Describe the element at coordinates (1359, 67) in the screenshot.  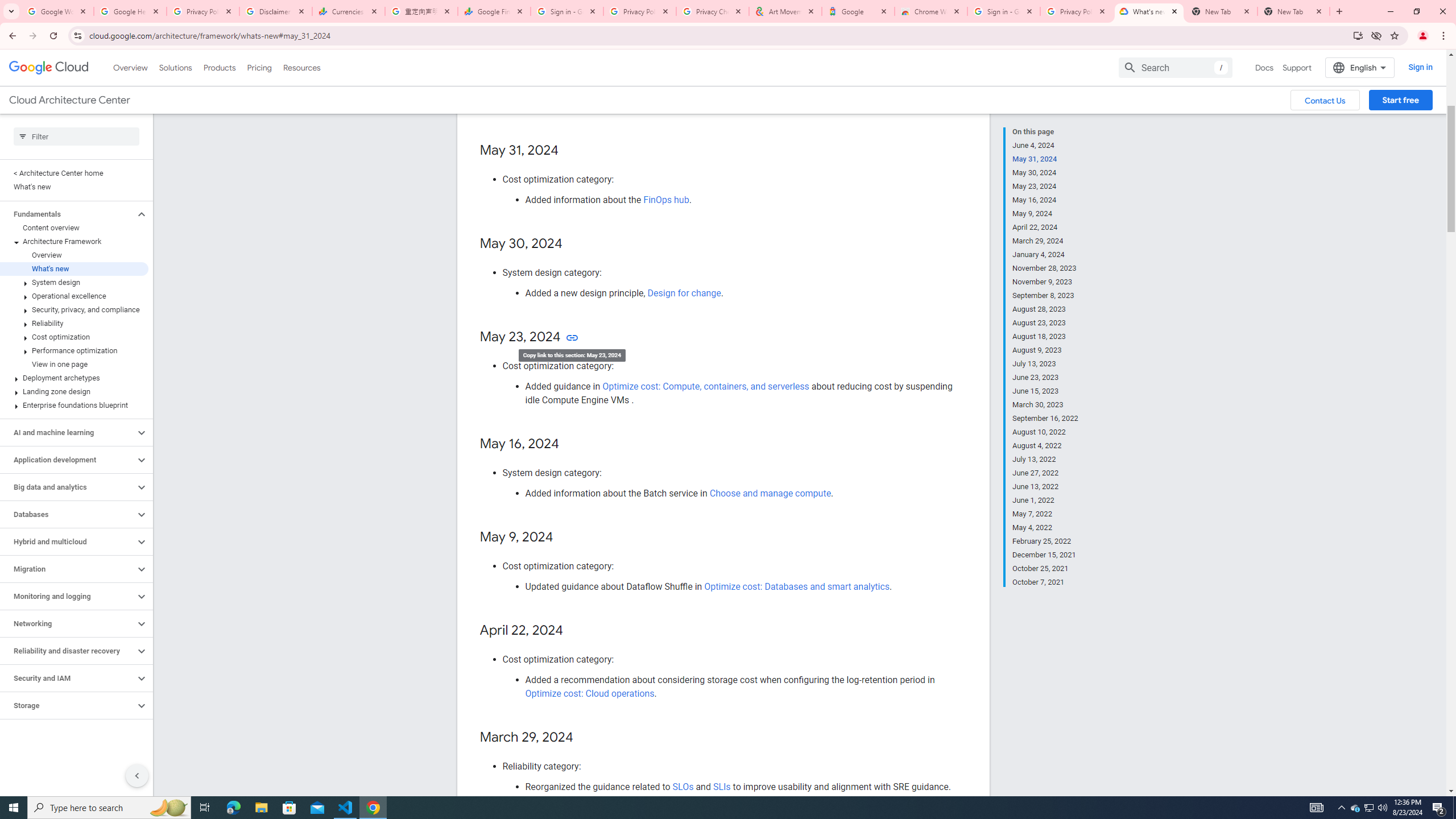
I see `'English'` at that location.